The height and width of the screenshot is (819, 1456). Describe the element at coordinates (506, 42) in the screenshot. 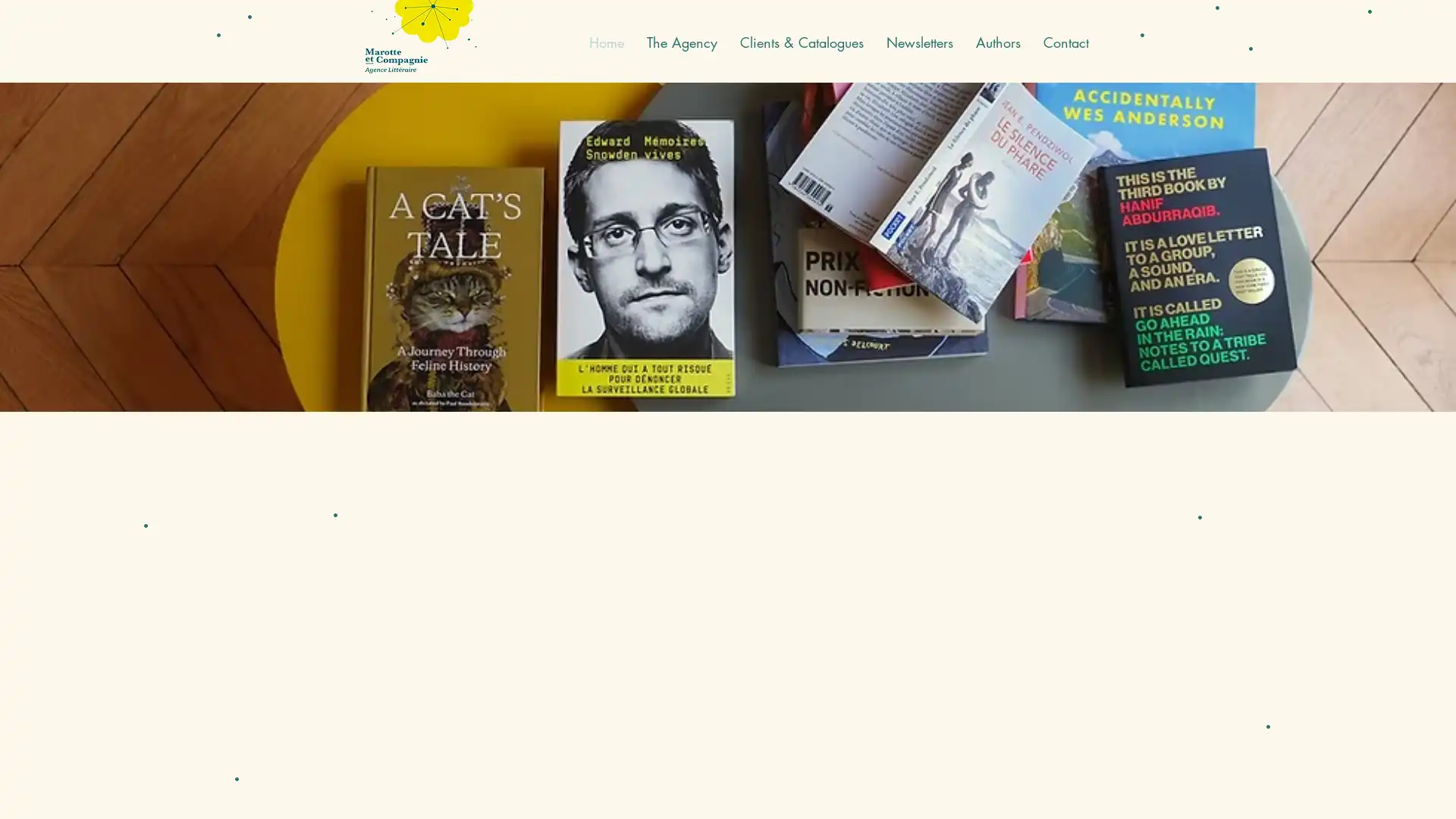

I see `French` at that location.